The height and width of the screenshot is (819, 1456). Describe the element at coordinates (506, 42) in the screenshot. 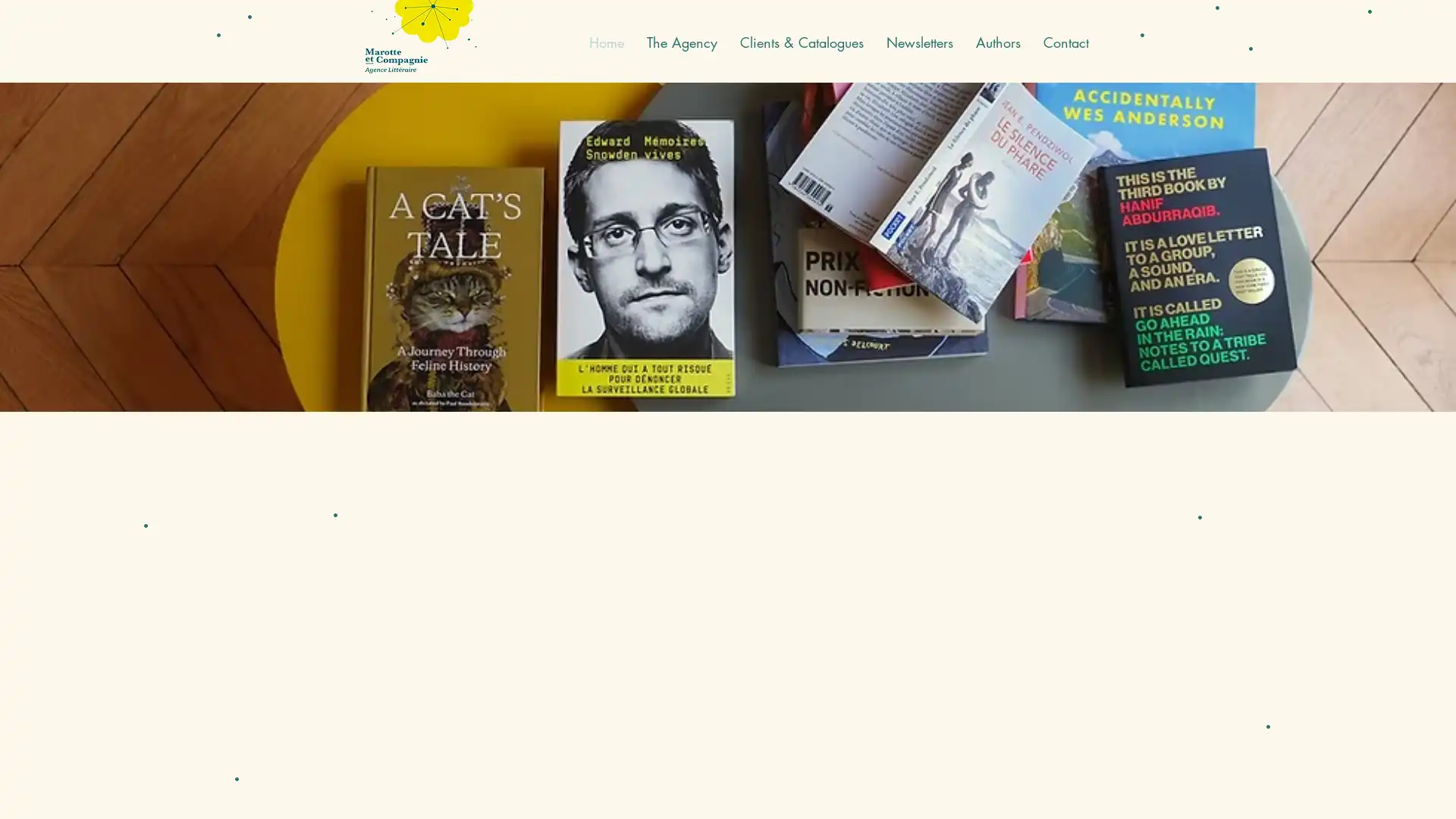

I see `French` at that location.